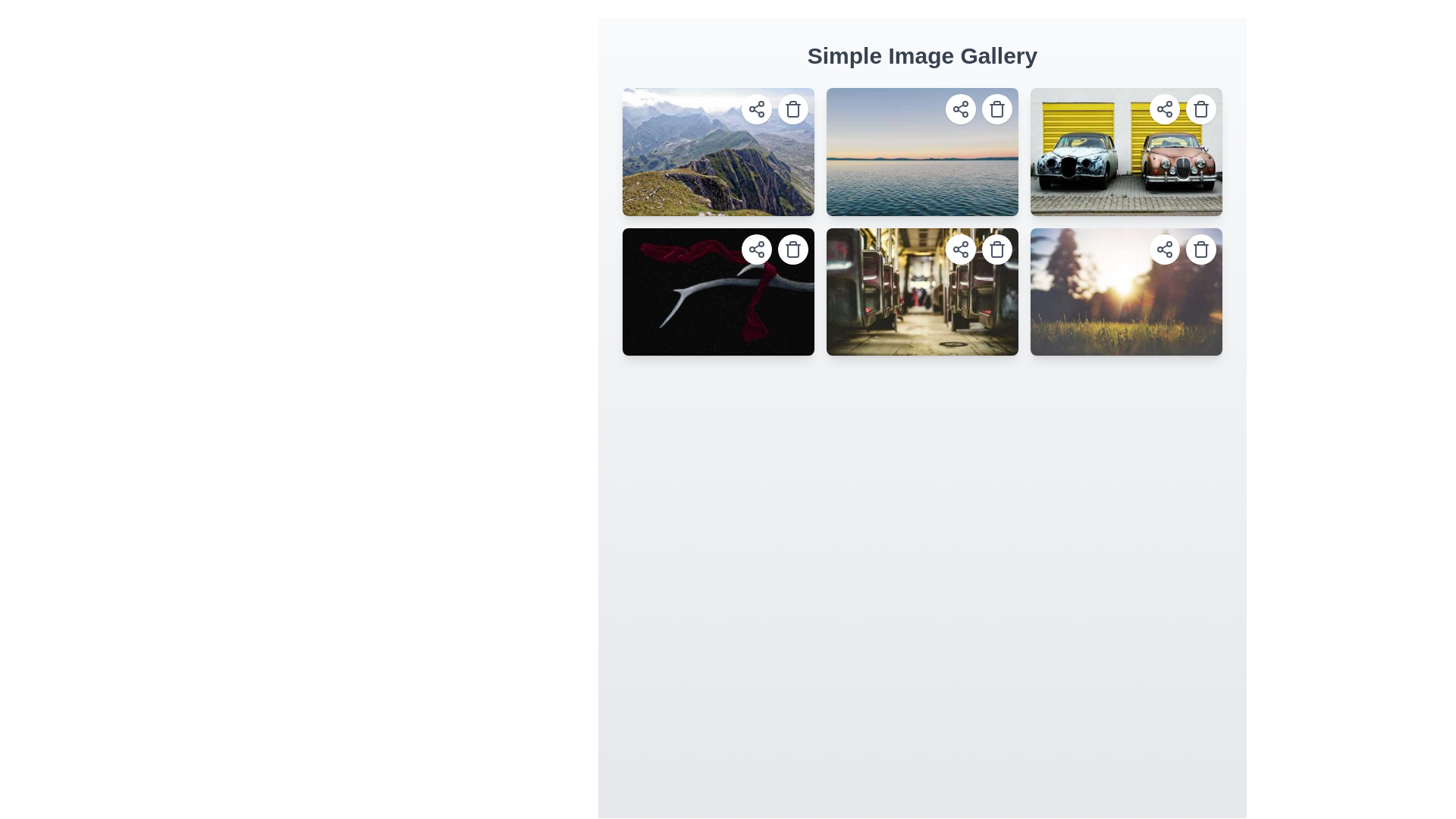  I want to click on the circular button with a white background and a share icon (three connected dots) located, so click(960, 247).